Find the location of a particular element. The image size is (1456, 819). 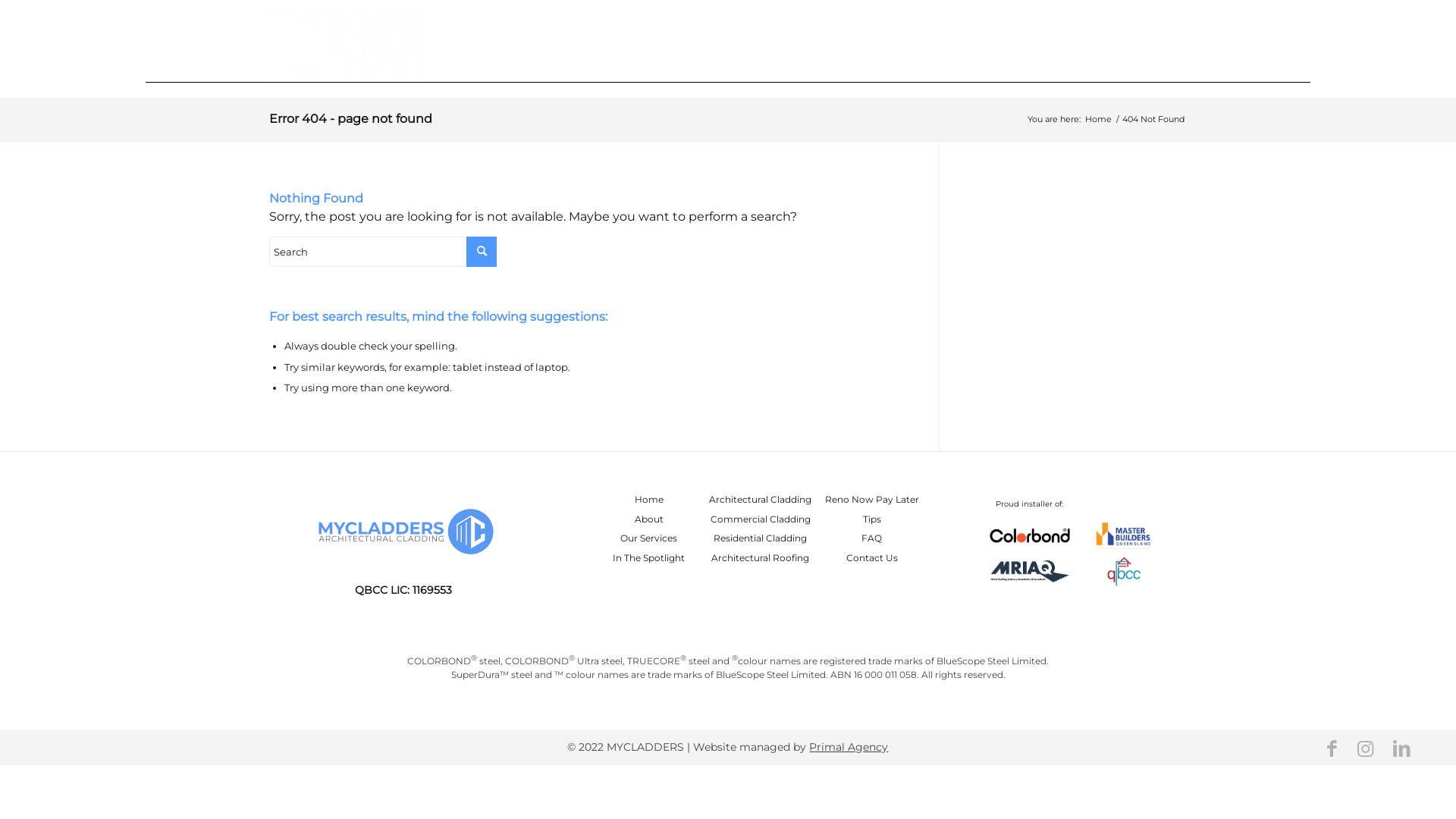

'About' is located at coordinates (634, 518).